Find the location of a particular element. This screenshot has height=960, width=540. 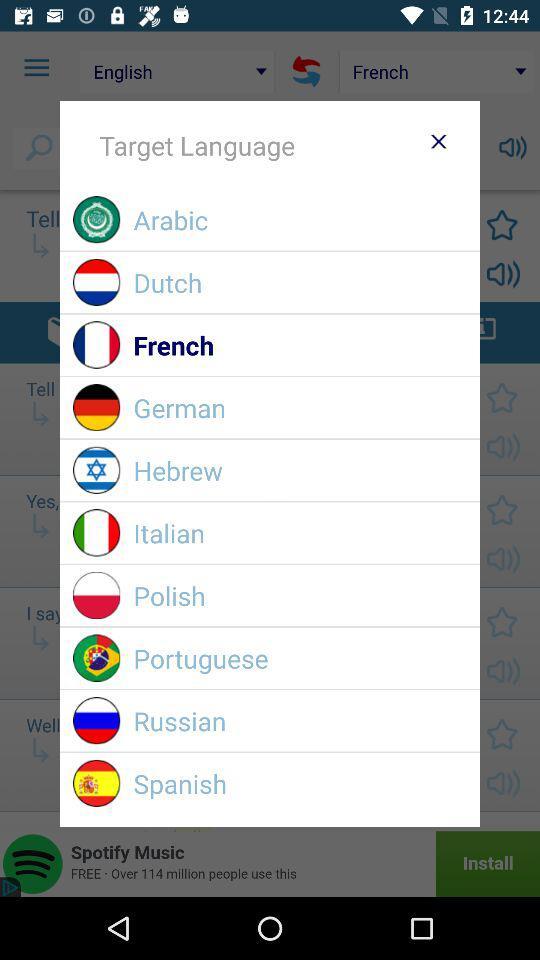

language widget is located at coordinates (437, 140).